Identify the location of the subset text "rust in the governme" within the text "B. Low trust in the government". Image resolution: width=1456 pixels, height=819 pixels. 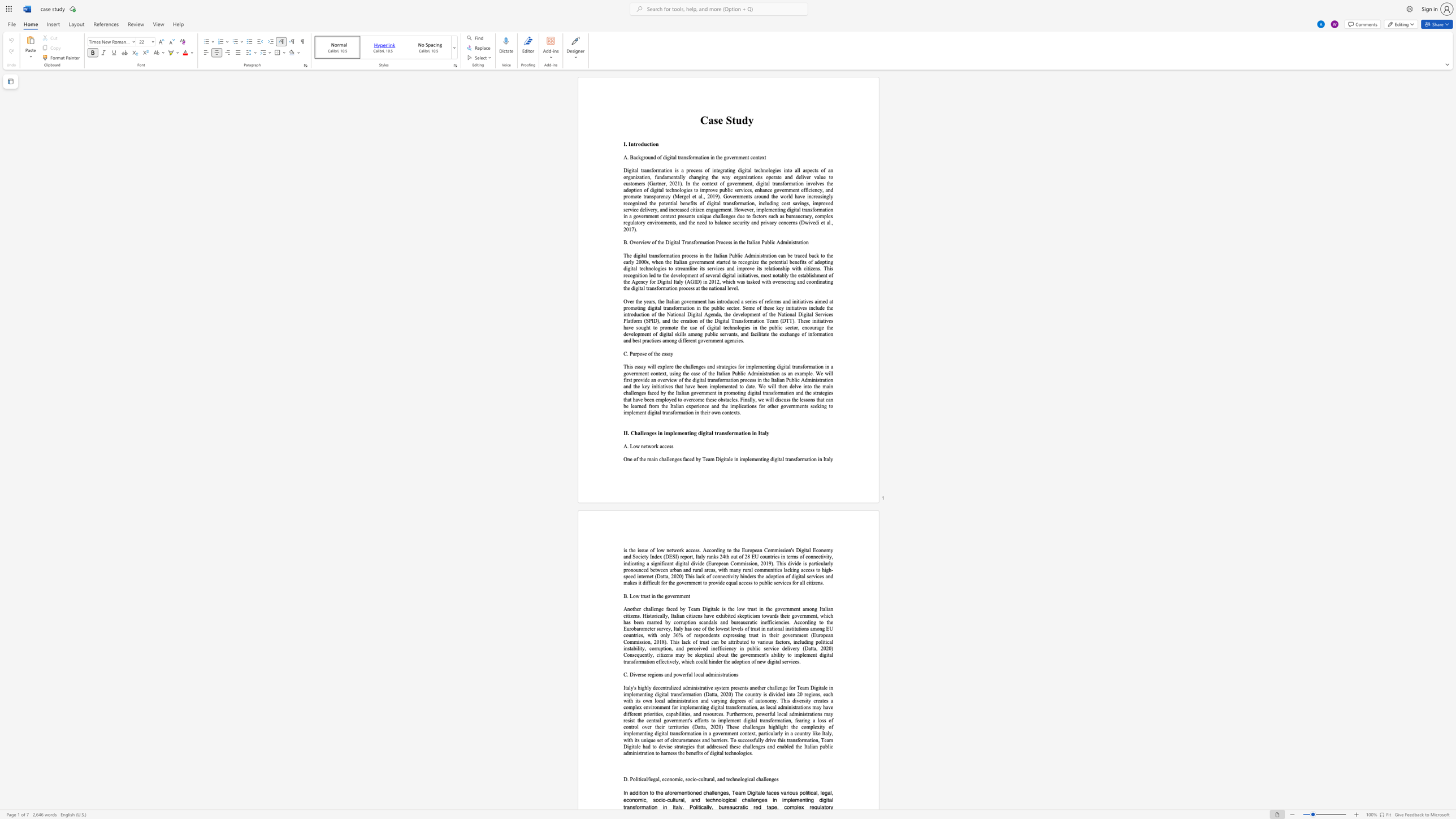
(641, 596).